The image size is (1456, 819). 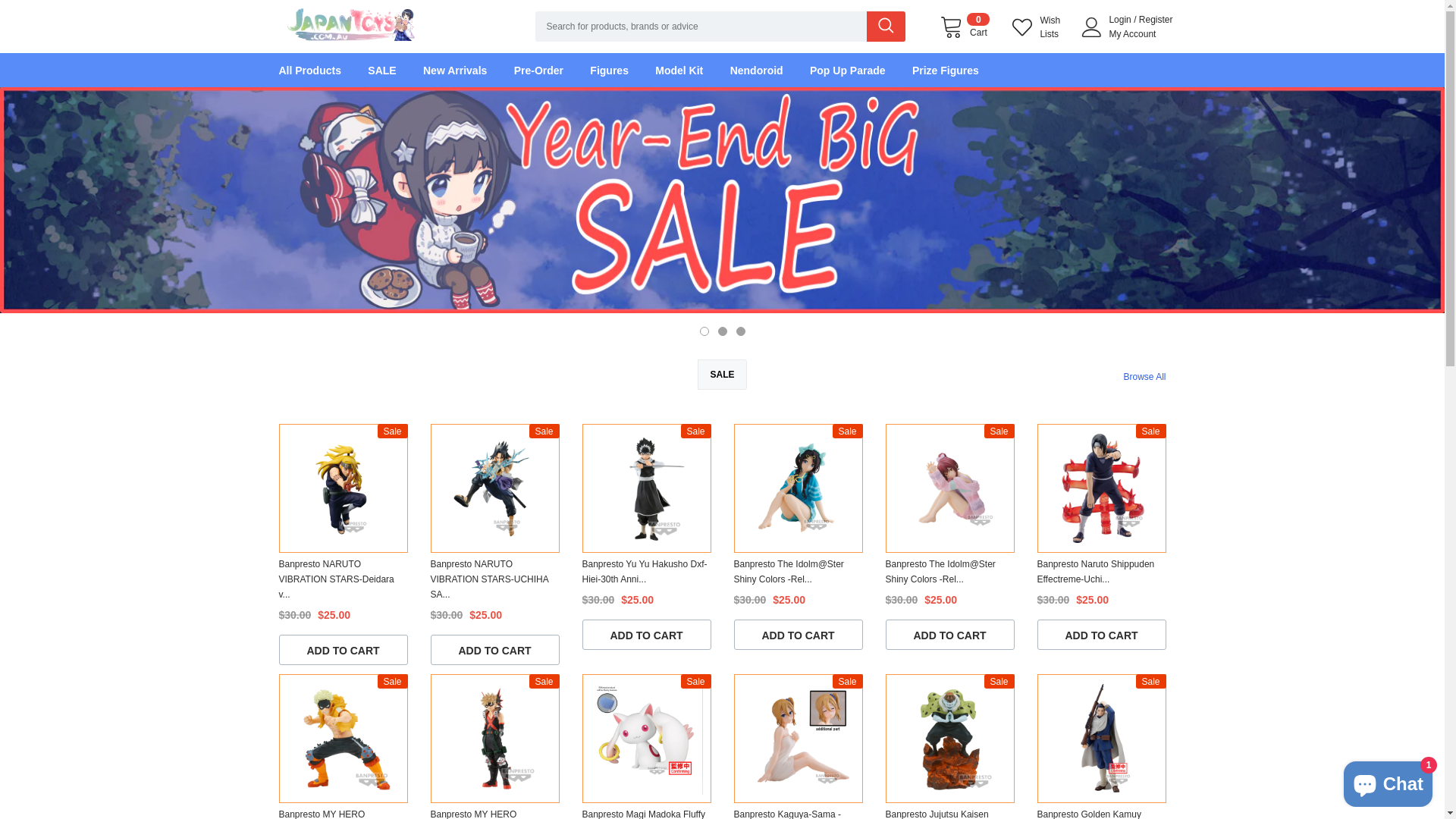 I want to click on 'SALE', so click(x=394, y=70).